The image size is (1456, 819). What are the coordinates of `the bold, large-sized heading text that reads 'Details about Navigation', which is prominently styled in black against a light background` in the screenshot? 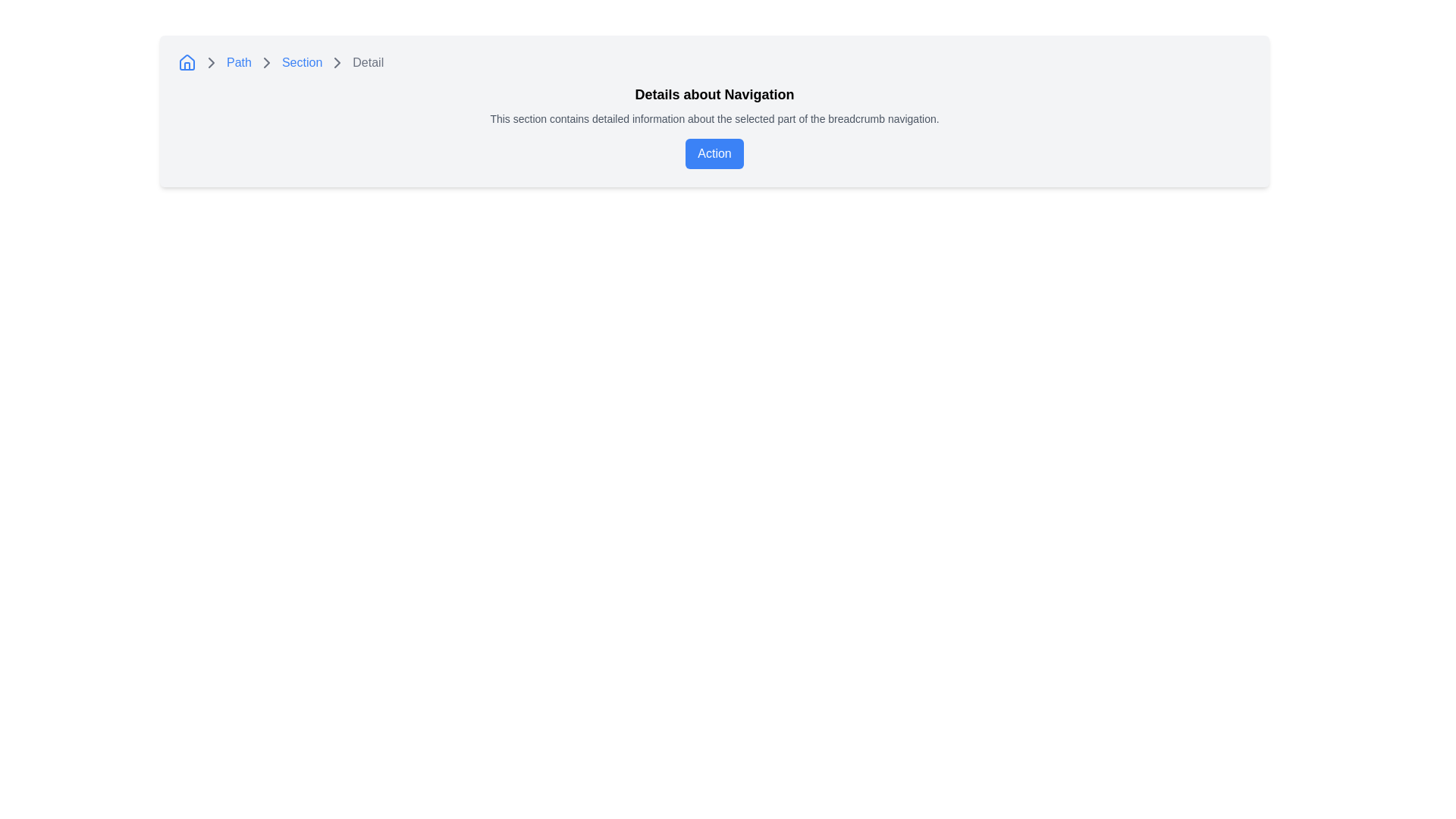 It's located at (714, 94).